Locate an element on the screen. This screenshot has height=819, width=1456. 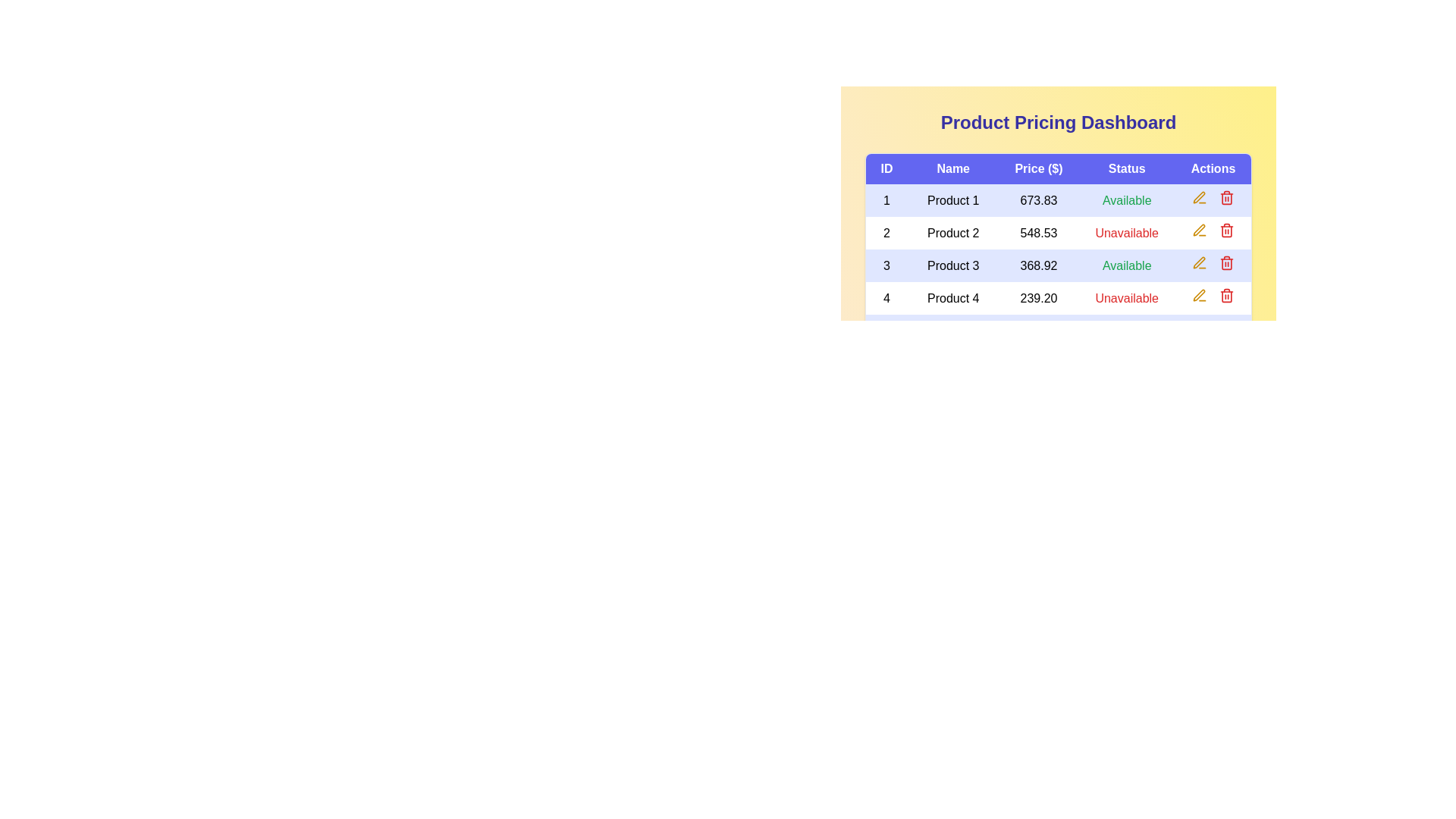
the 'Edit' button for product 2 is located at coordinates (1198, 231).